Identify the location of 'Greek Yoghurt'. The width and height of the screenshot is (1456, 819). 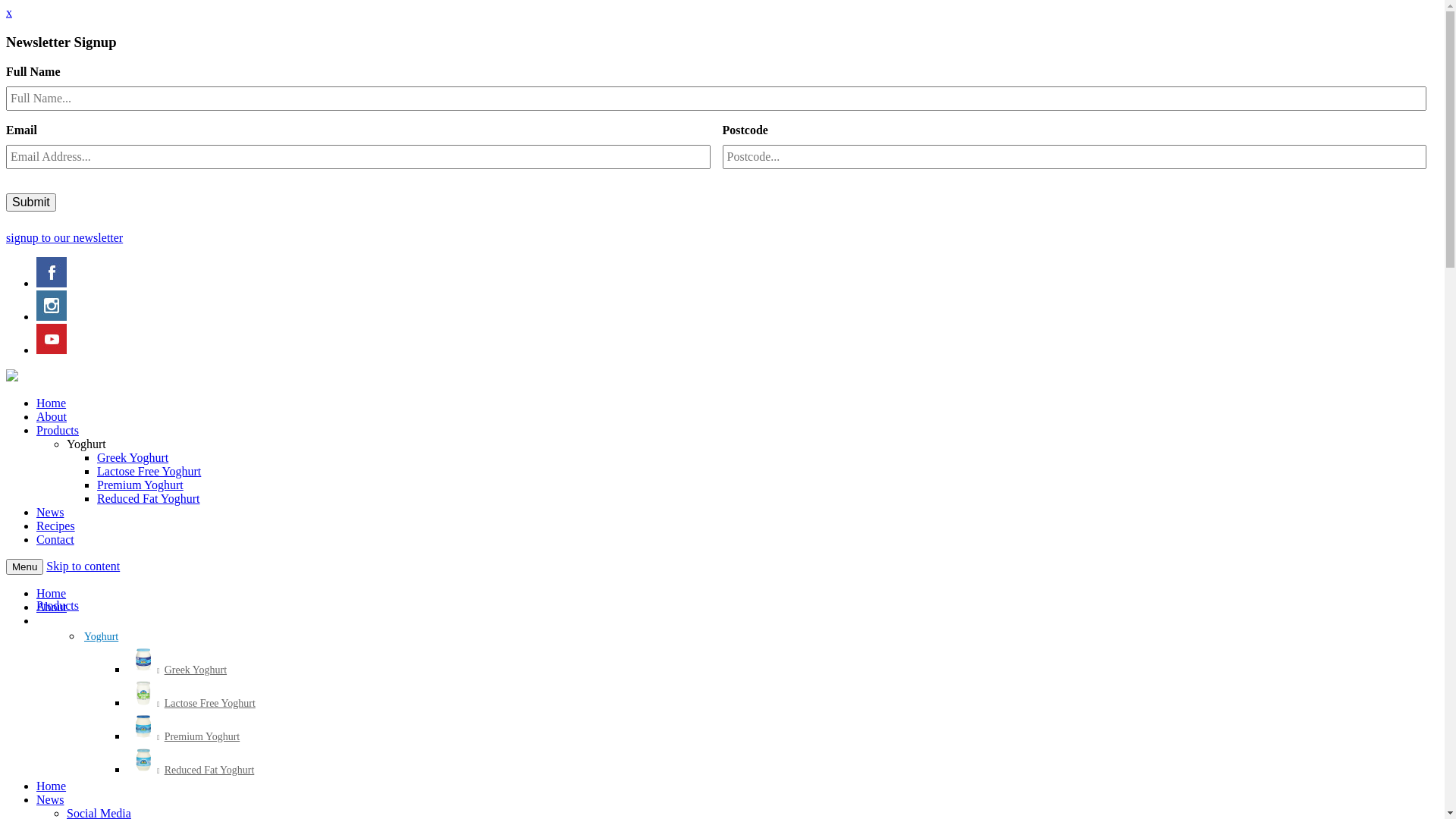
(178, 670).